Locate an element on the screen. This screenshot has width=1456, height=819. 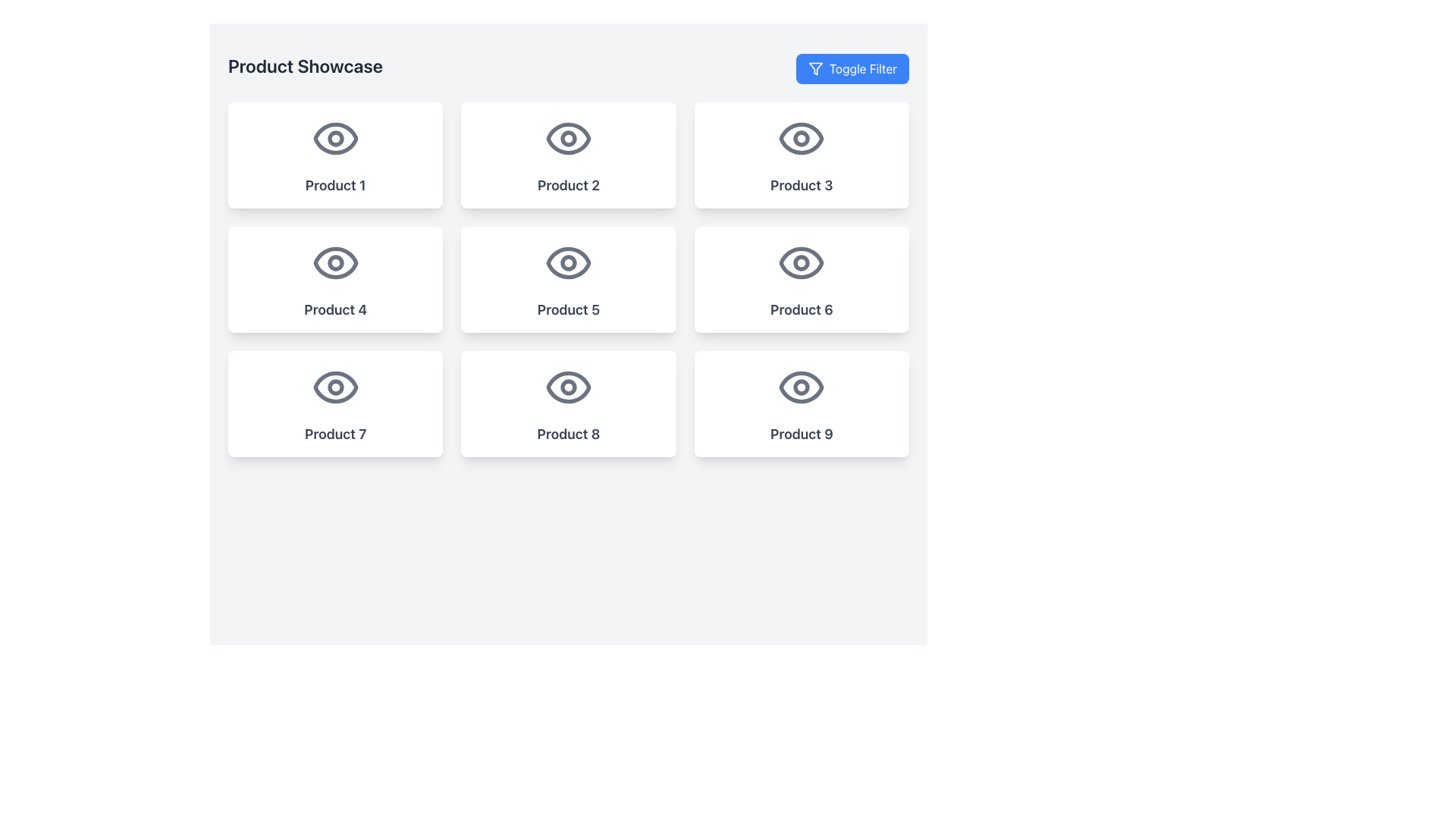
the Grid Item Card located in the second column of the first row is located at coordinates (567, 155).